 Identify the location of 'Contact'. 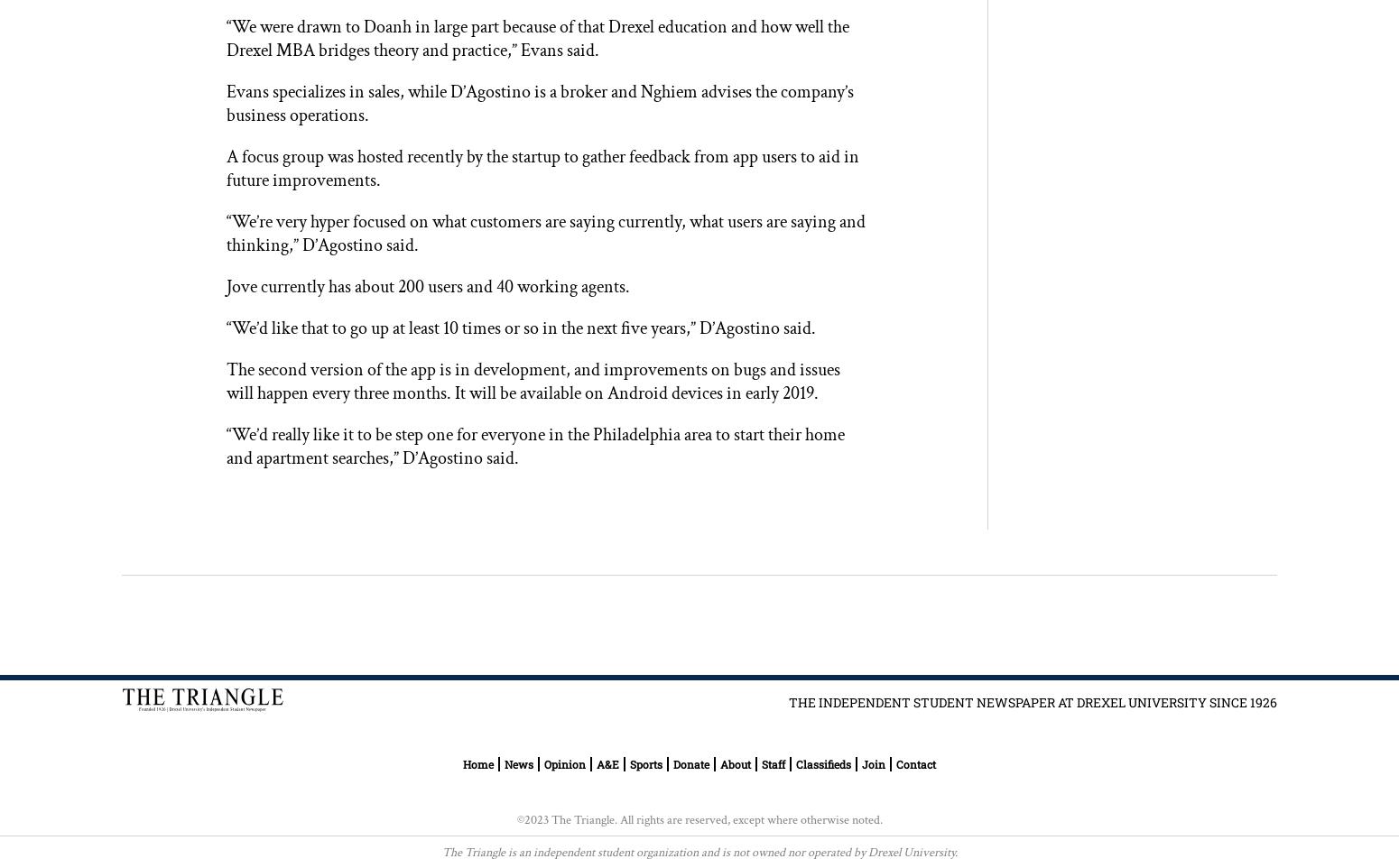
(915, 764).